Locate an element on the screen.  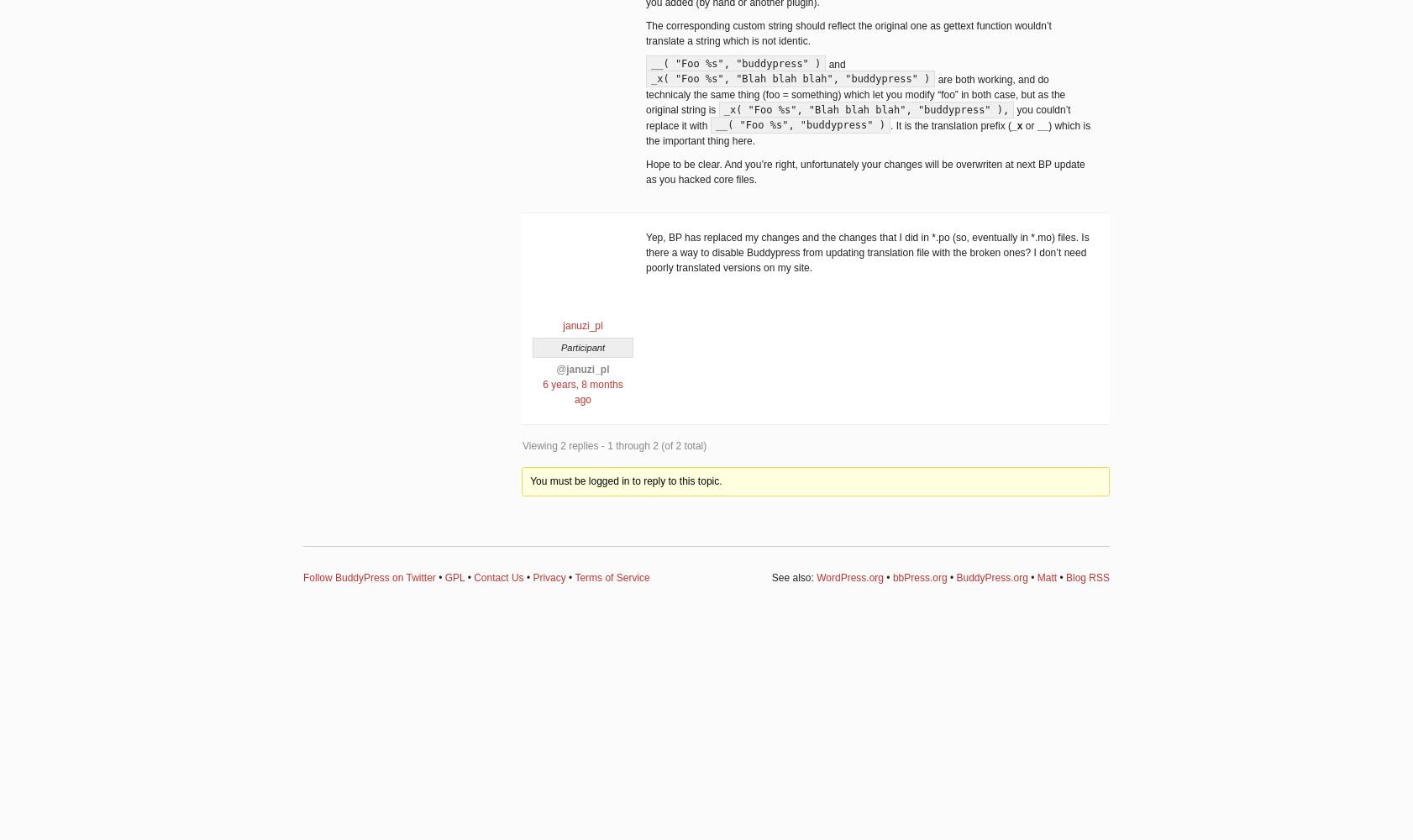
'BuddyPress.org' is located at coordinates (955, 577).